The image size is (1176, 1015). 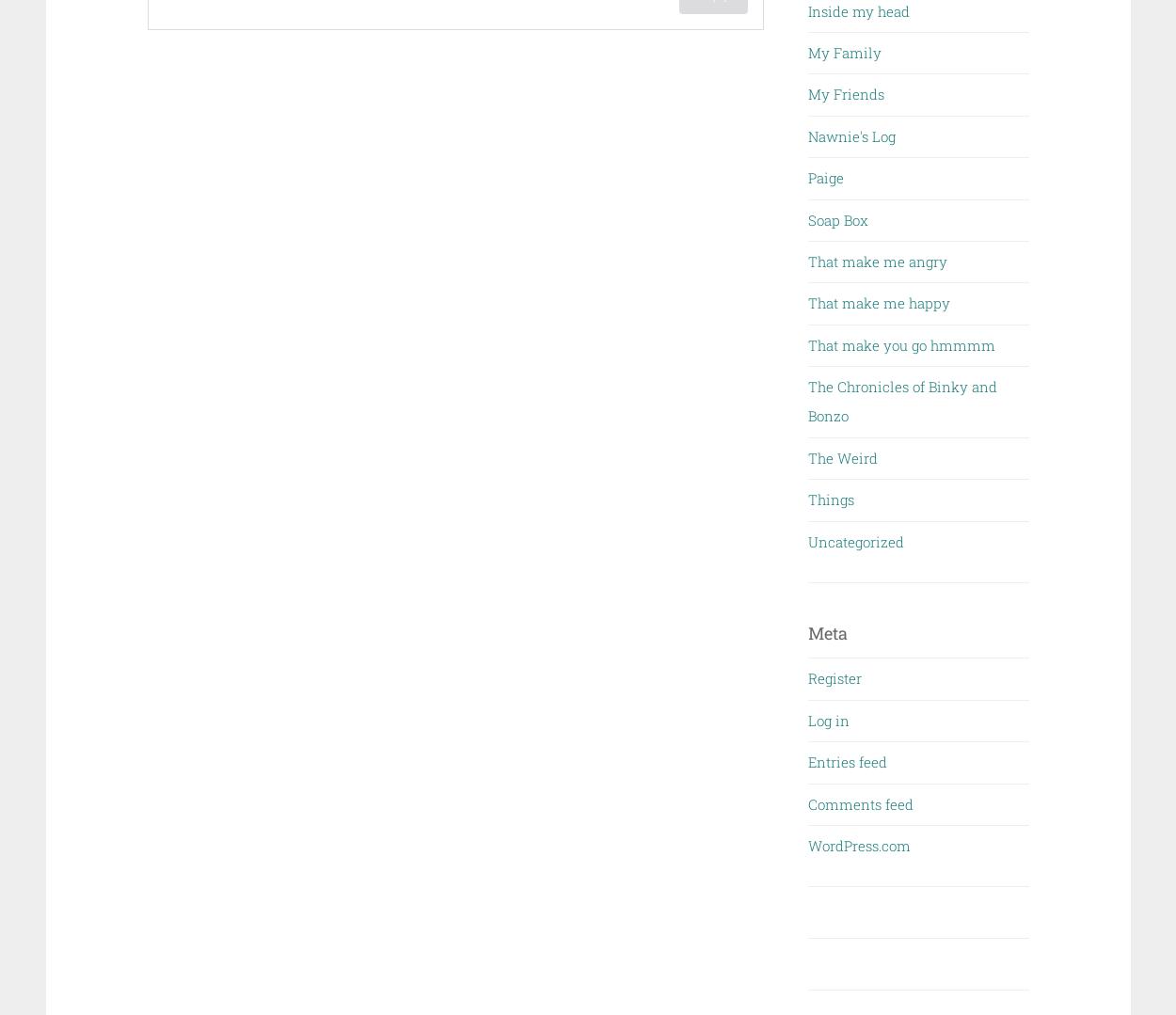 I want to click on 'Nawnie's Log', so click(x=807, y=135).